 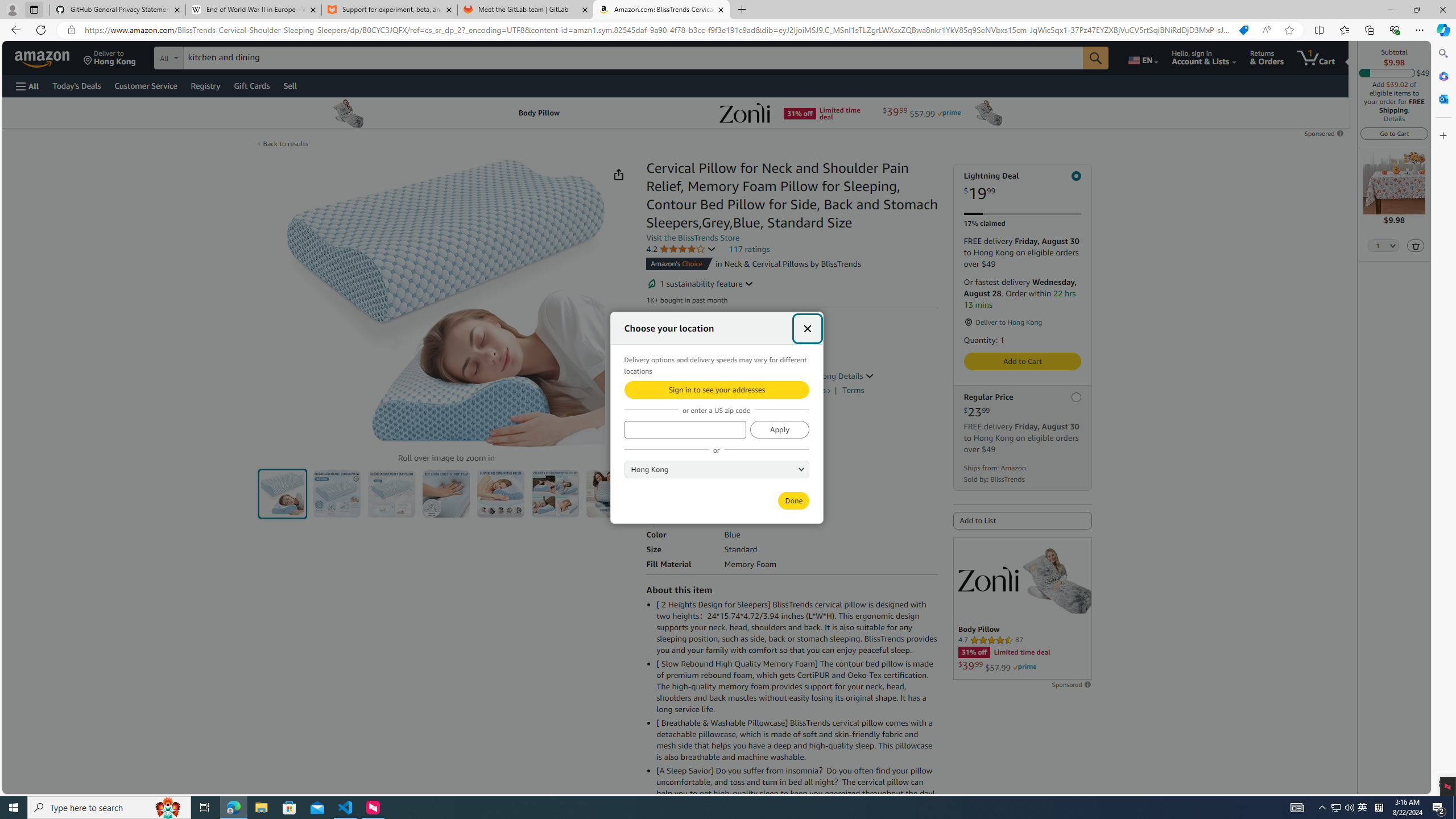 I want to click on 'Back to results', so click(x=285, y=143).